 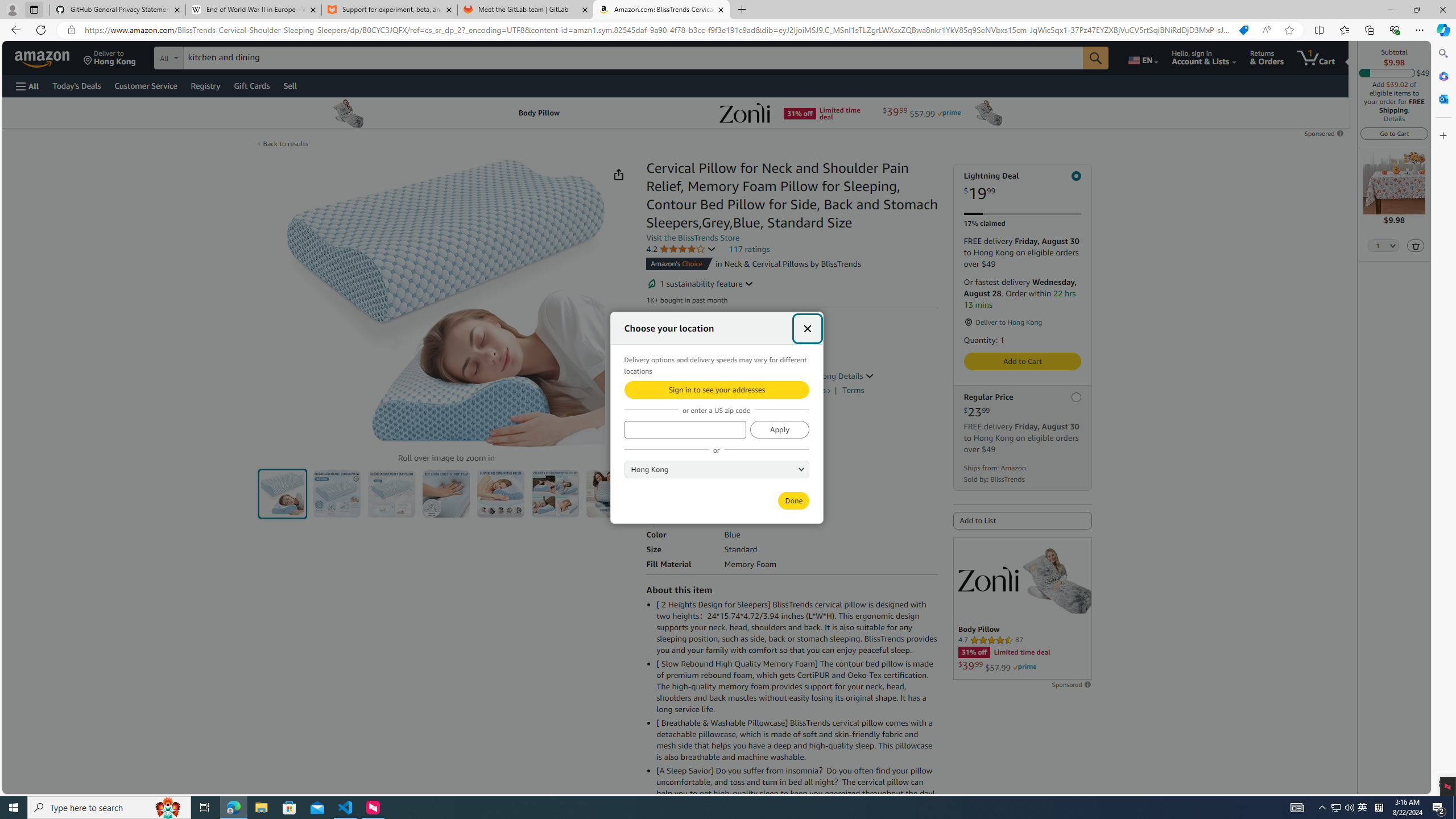 I want to click on 'Back to results', so click(x=285, y=143).